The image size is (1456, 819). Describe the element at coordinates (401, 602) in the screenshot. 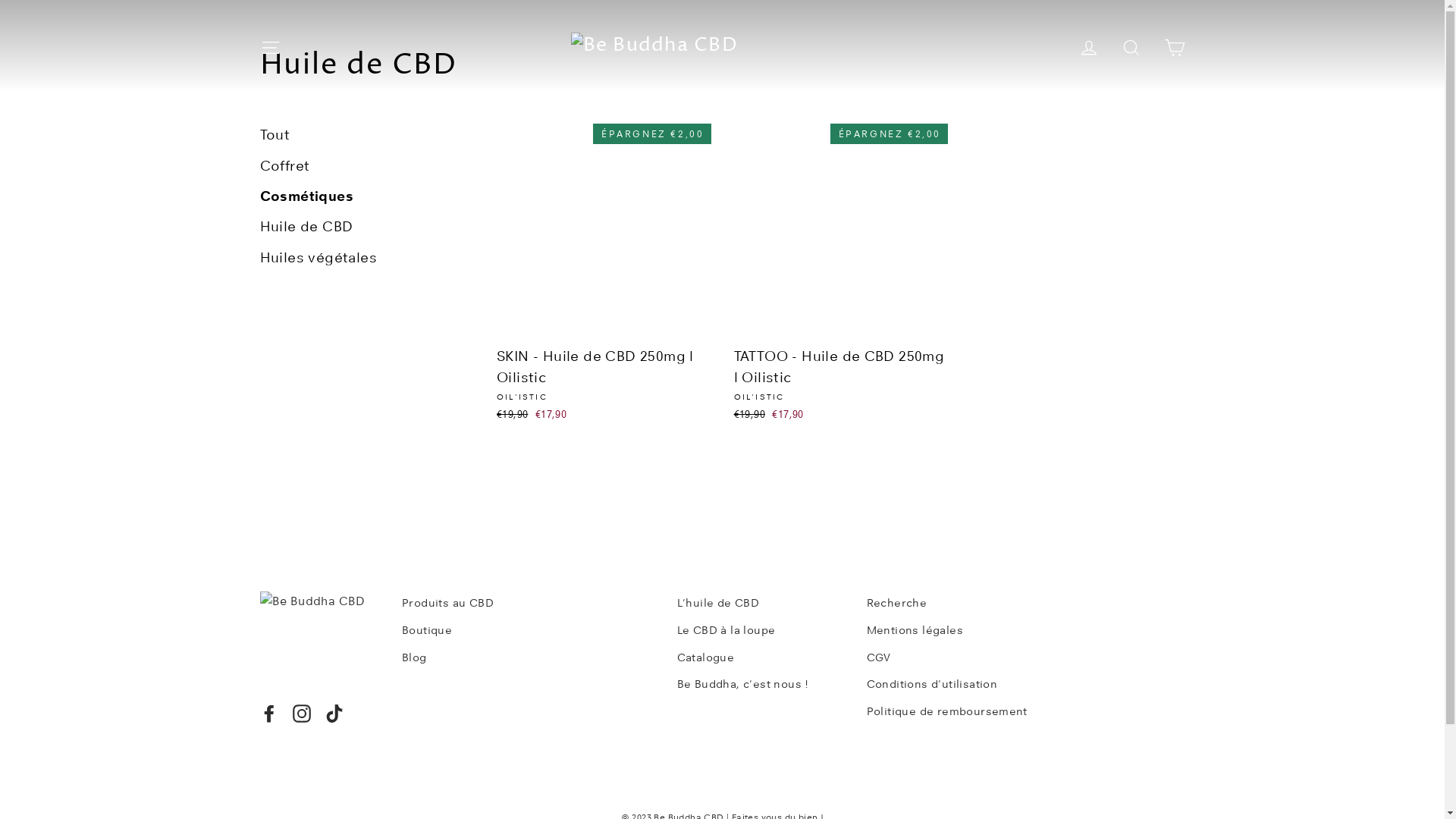

I see `'Produits au CBD'` at that location.